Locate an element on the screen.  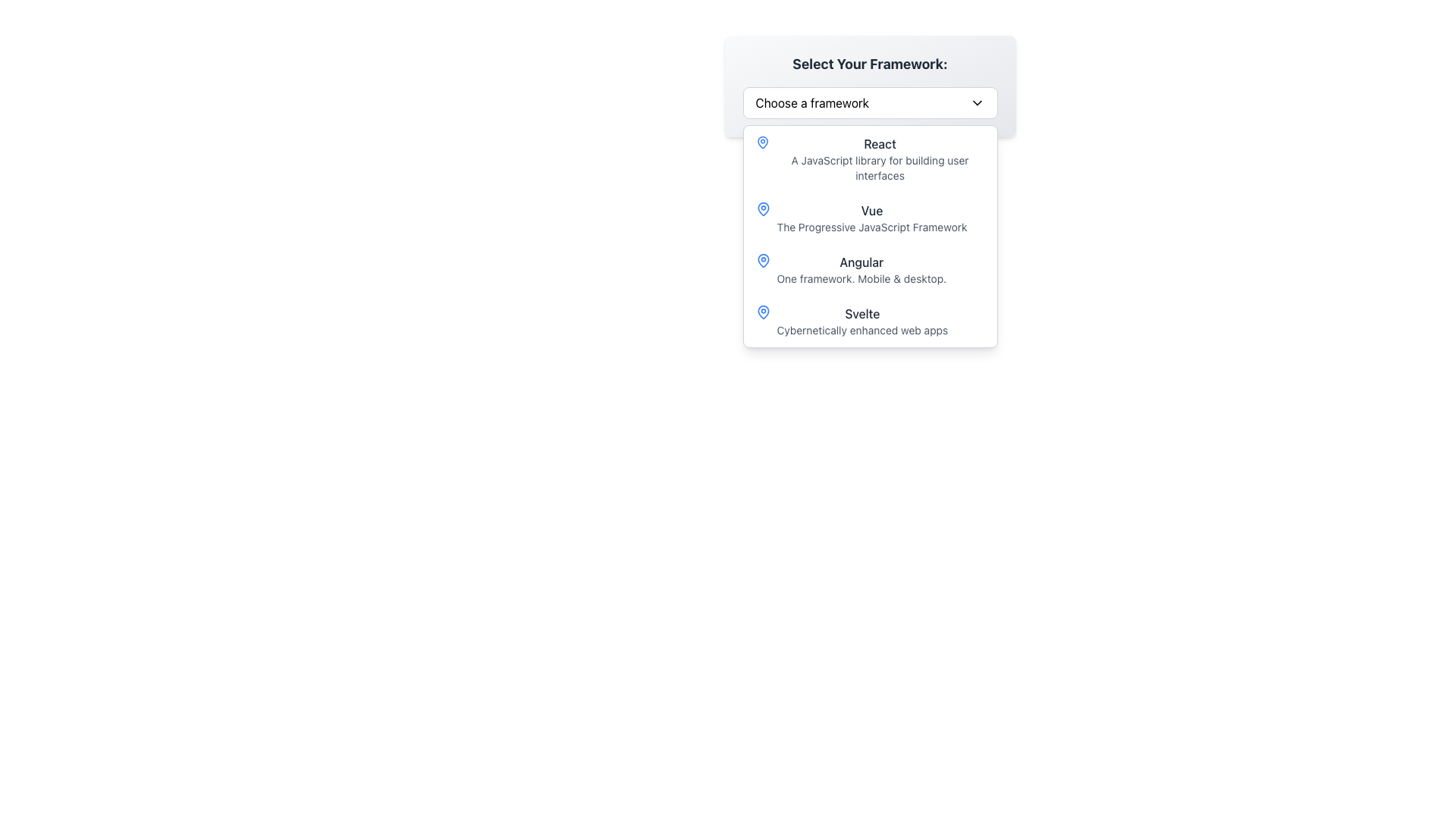
the selectable dropdown item labeled 'React' with a description 'A JavaScript library for building user interfaces' is located at coordinates (870, 158).